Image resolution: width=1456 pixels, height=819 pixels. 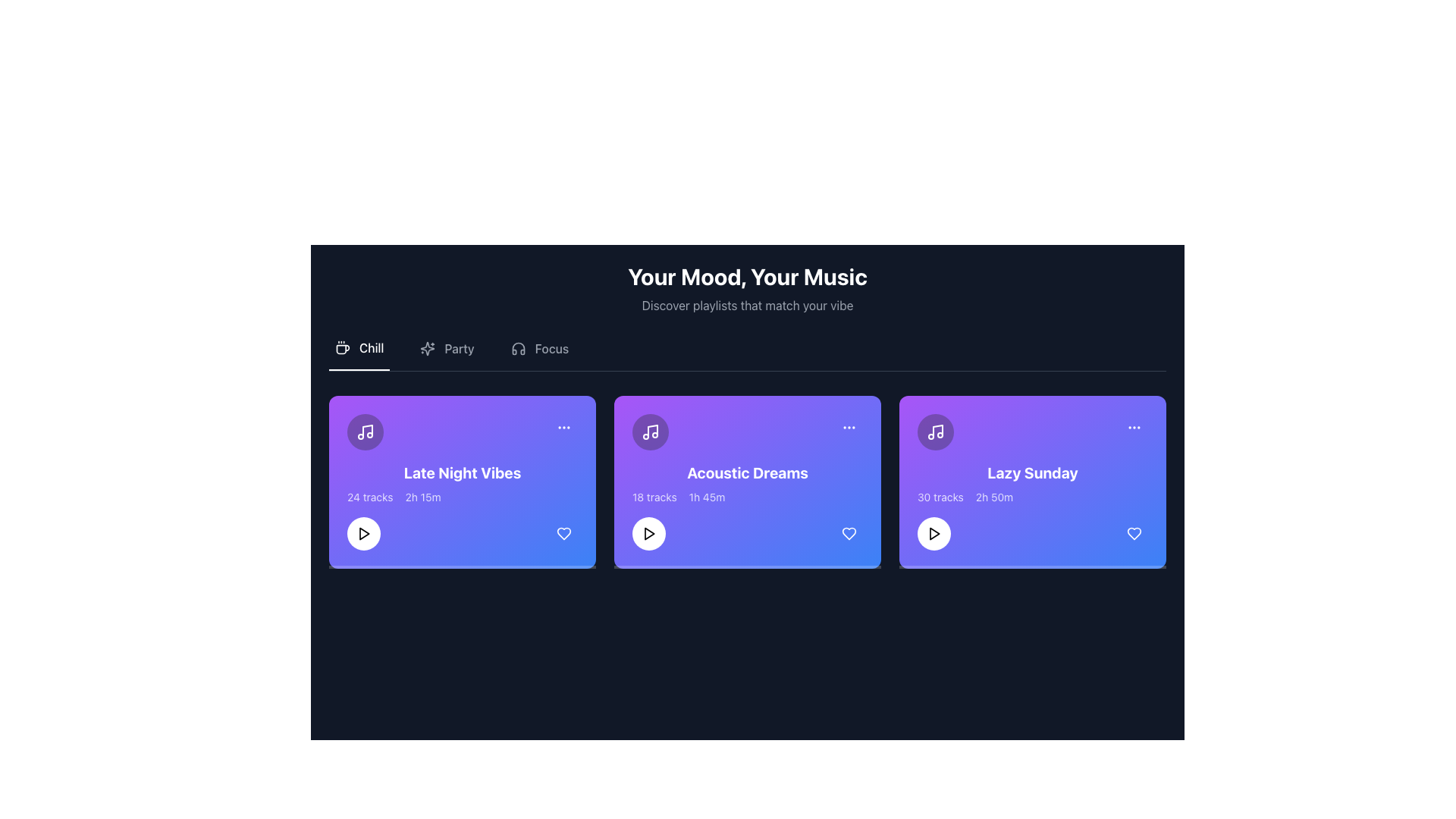 I want to click on the play button located at the bottom-left corner of the 'Late Night Vibes' playlist card for keyboard interaction, so click(x=364, y=533).